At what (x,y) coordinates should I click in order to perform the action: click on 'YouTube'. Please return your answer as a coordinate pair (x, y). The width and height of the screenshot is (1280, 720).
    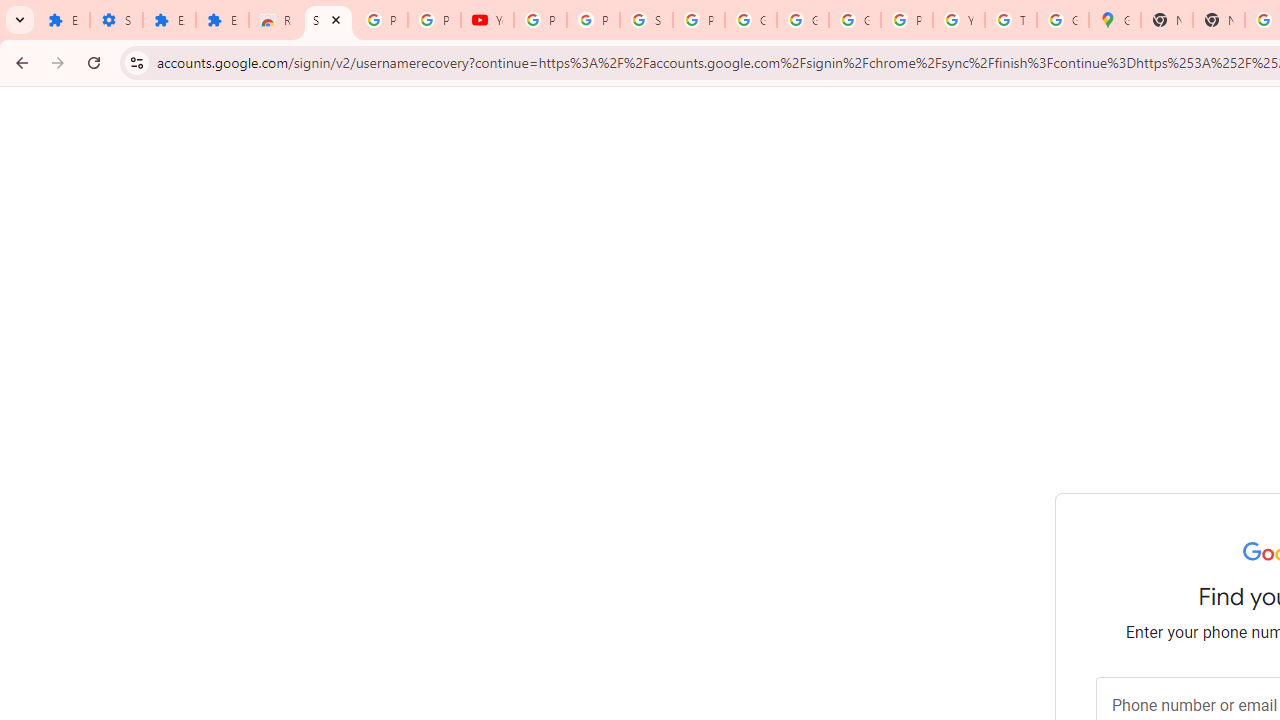
    Looking at the image, I should click on (487, 20).